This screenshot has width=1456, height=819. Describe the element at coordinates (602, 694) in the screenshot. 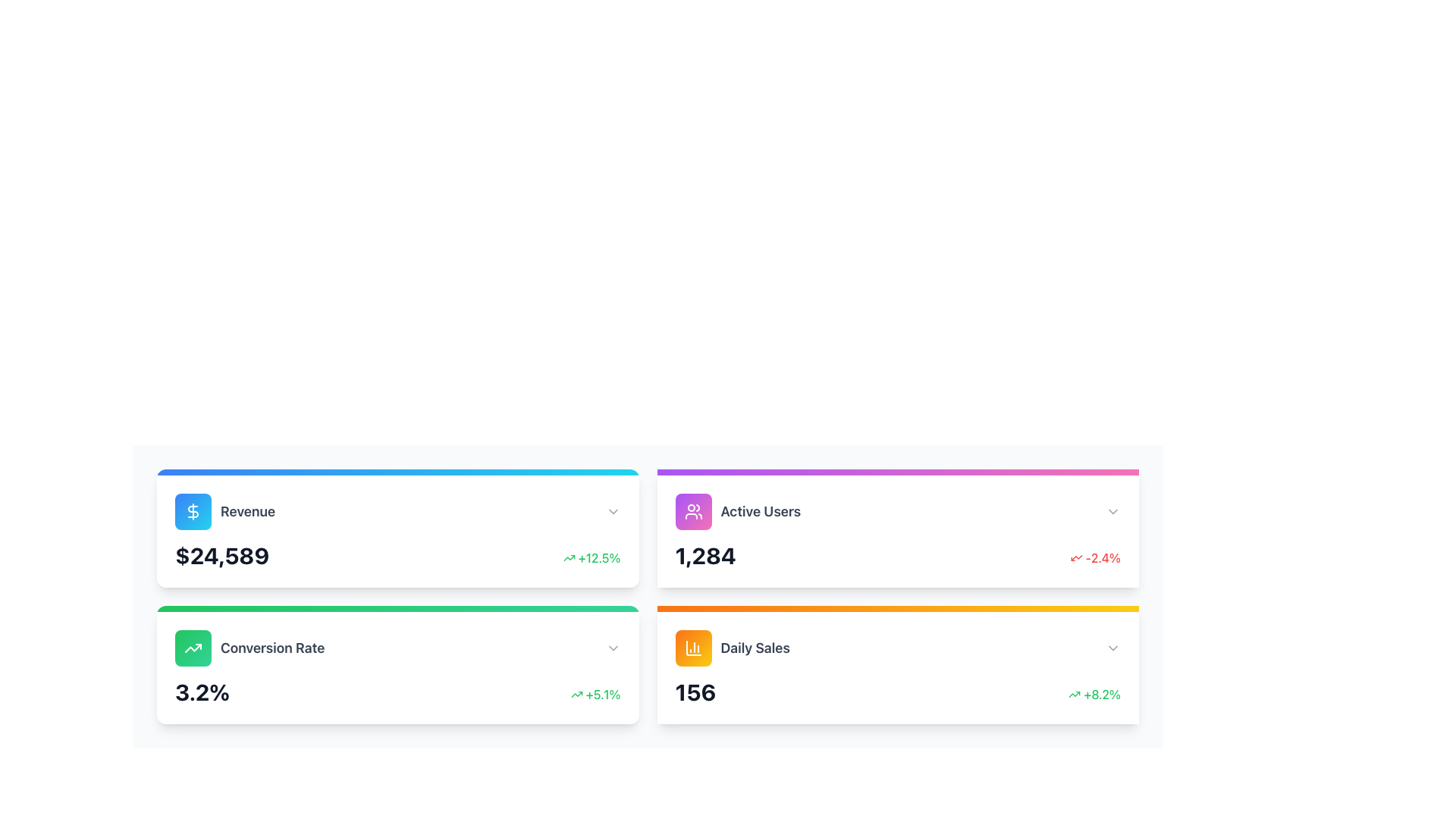

I see `the textual indicator reading '+5.1%' displayed in green, which is located in the bottom-left card titled 'Conversion Rate', positioned to the right of a small upward arrow icon` at that location.